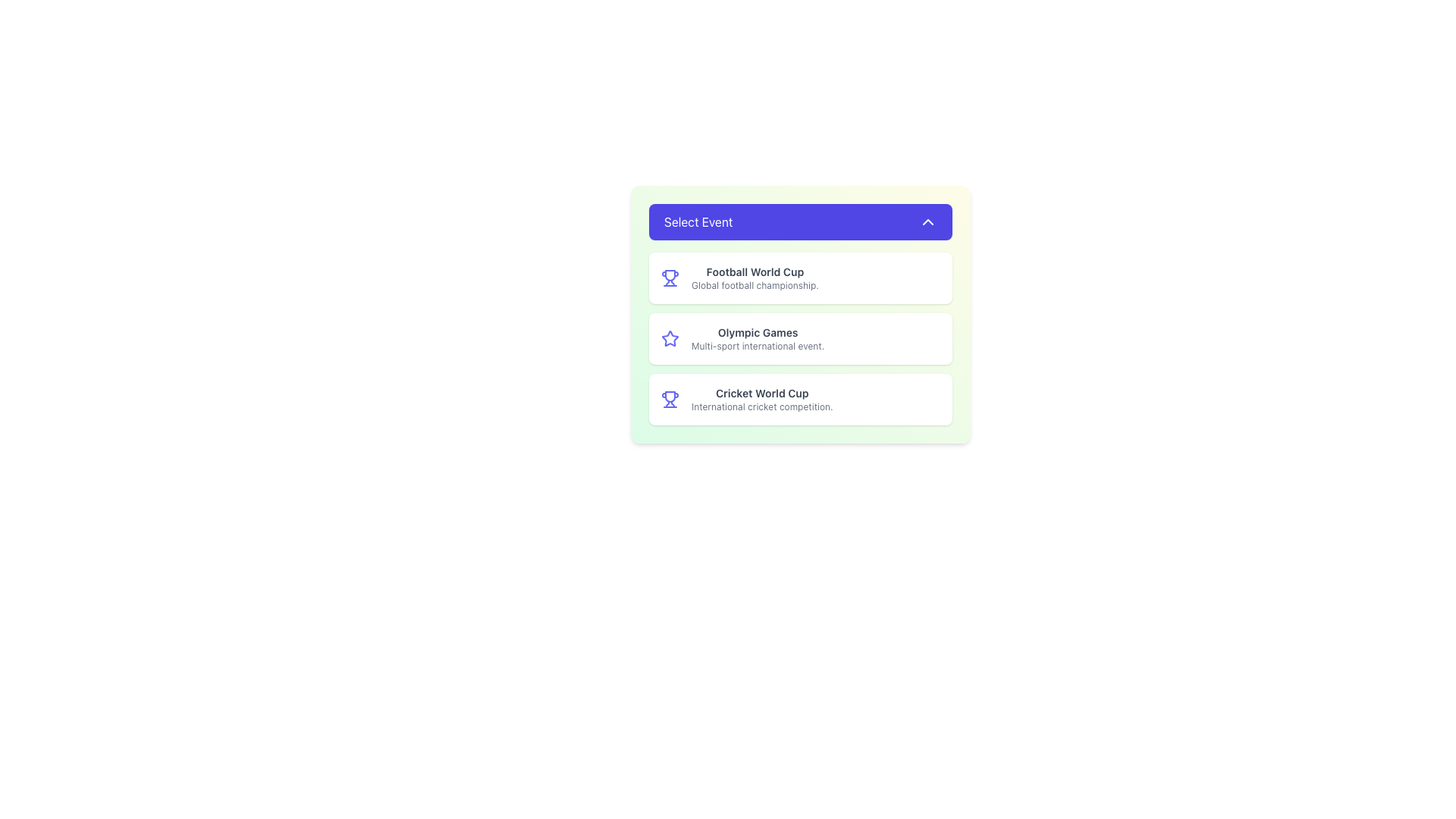  What do you see at coordinates (669, 275) in the screenshot?
I see `central upper portion of the trophy-shaped icon, which is the third icon in the vertical list within the dropdown menu, to see its SVG properties` at bounding box center [669, 275].